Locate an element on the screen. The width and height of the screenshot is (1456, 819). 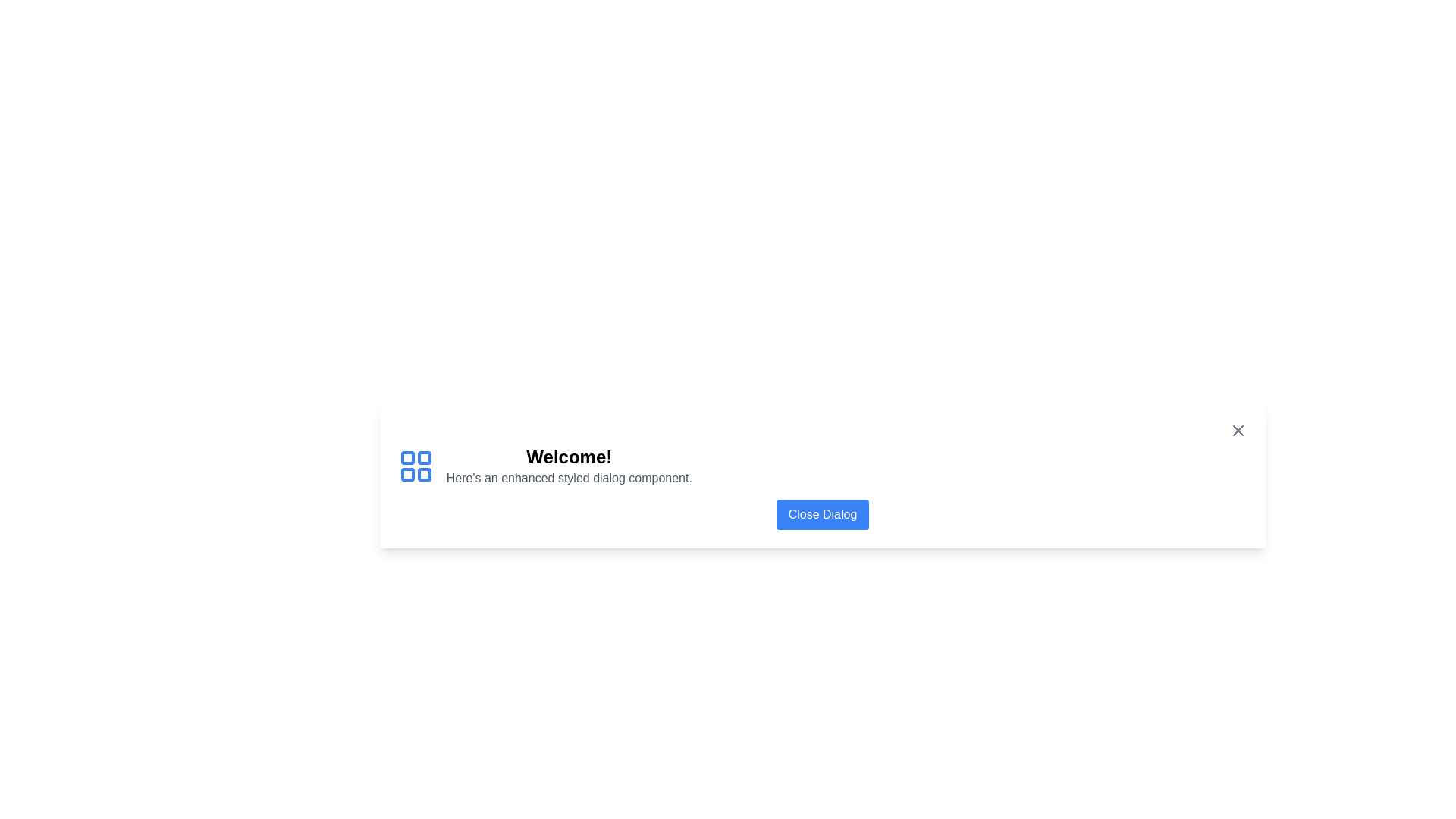
the close button, which is represented by a diagonal cross ('X') icon located at the top right corner of the dialog/modal box is located at coordinates (1238, 430).